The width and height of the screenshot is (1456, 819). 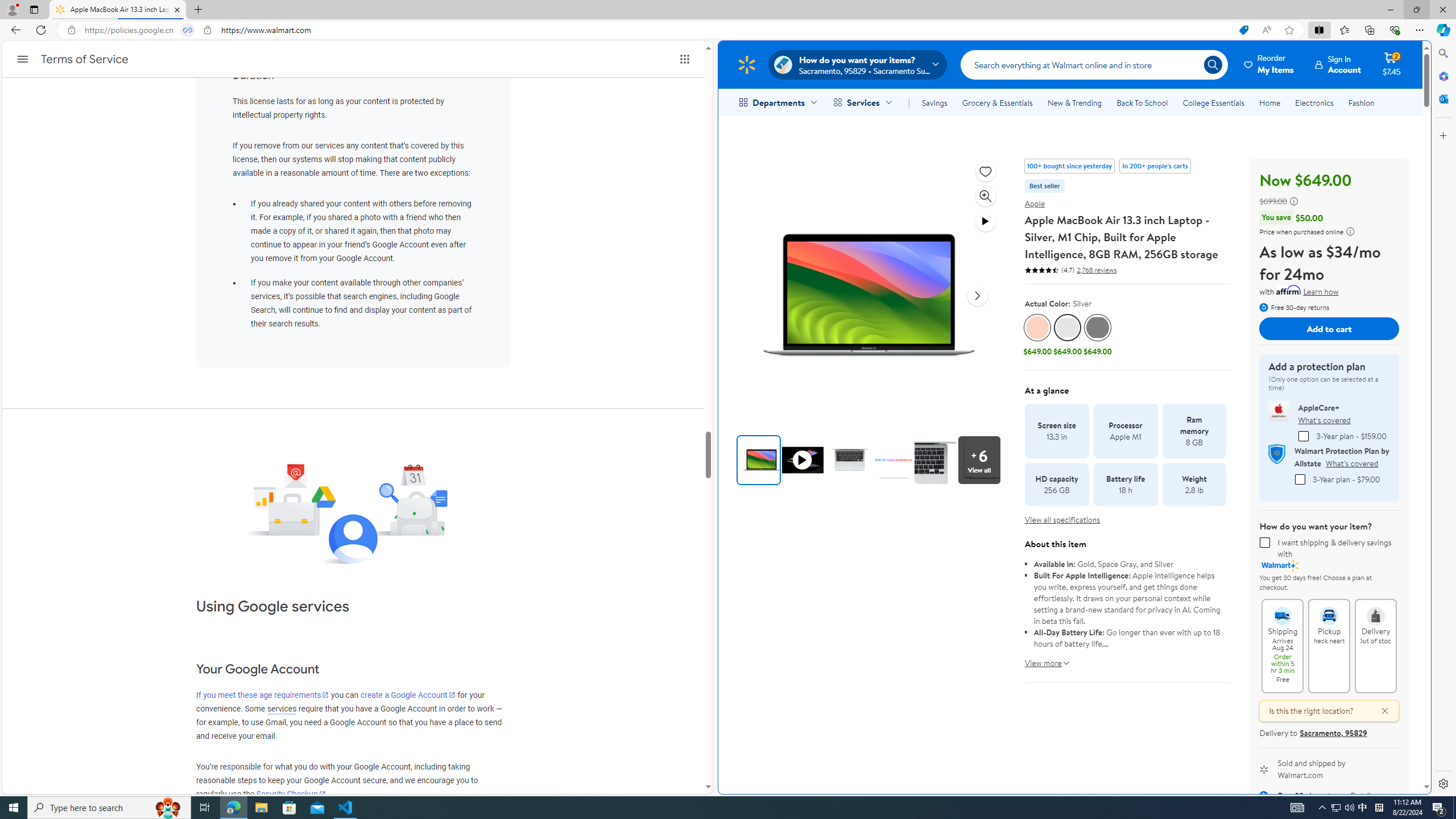 I want to click on 'What', so click(x=1351, y=464).